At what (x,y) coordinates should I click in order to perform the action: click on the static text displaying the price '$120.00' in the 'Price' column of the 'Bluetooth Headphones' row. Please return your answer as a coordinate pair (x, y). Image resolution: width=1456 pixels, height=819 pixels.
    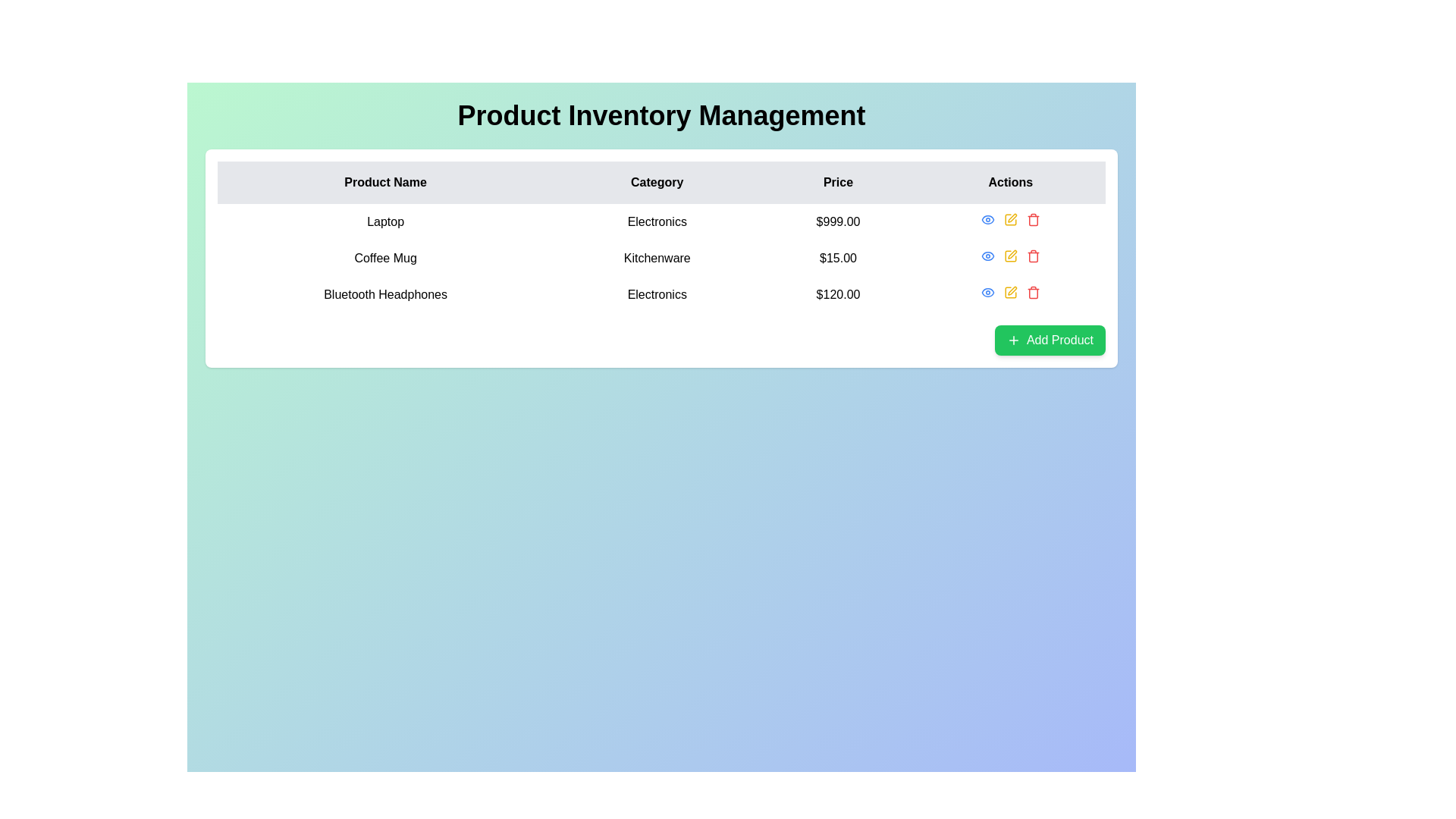
    Looking at the image, I should click on (837, 295).